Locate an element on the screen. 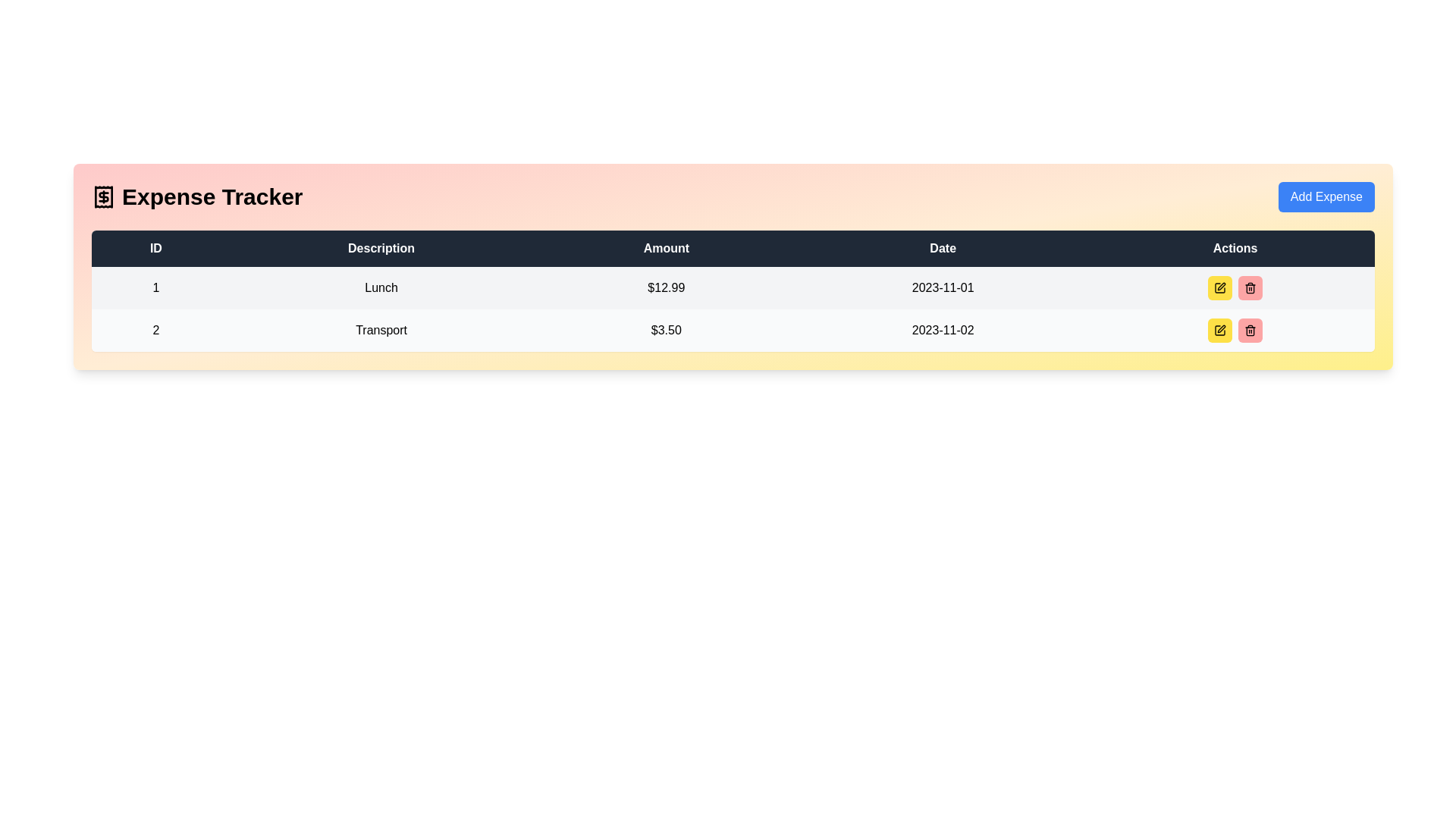 This screenshot has width=1456, height=819. the second row in the table layout that contains ID '2', description 'Transport', amount '$3.50', and date '2023-11-02' is located at coordinates (733, 329).